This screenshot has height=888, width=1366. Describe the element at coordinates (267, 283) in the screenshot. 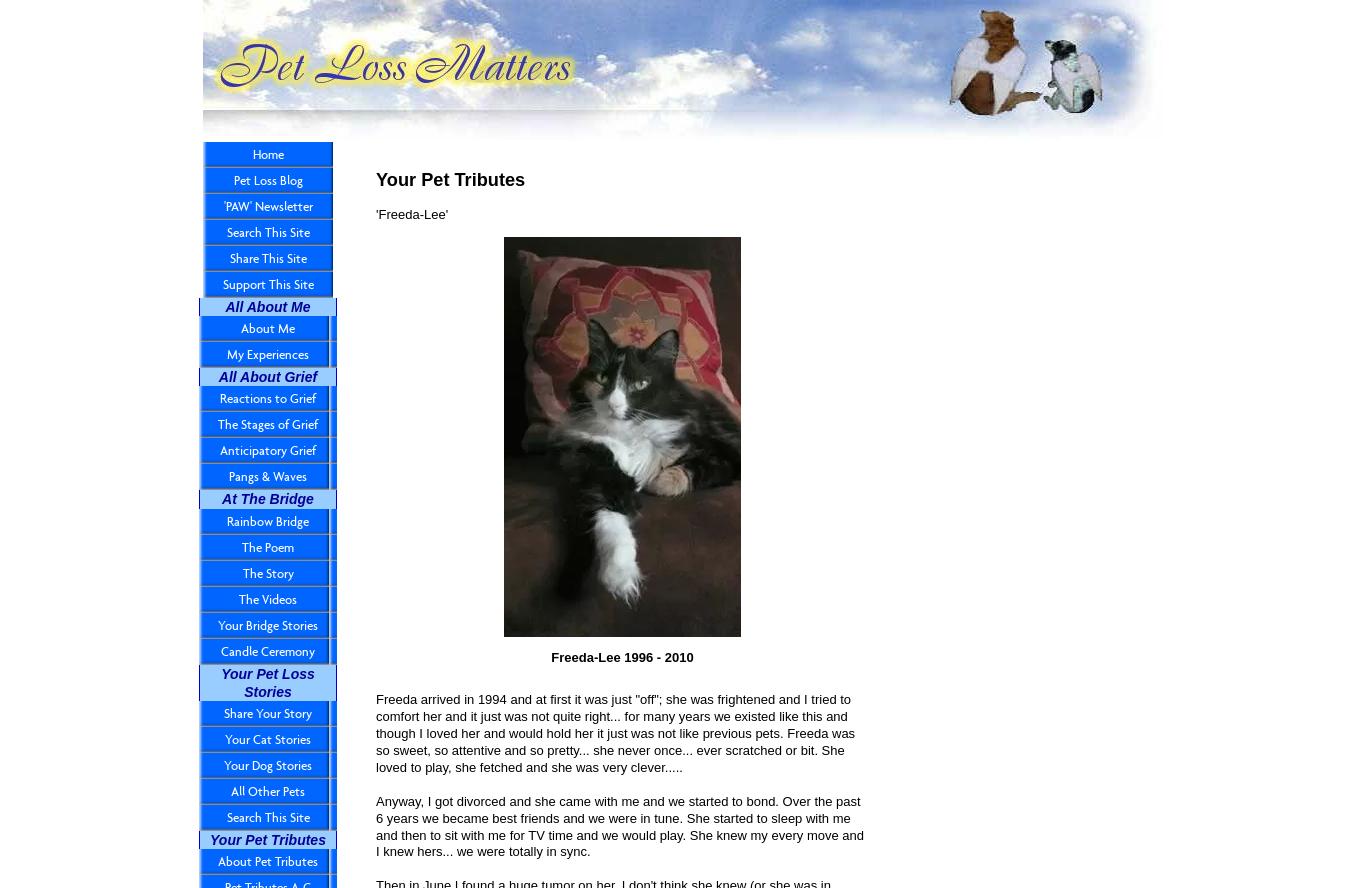

I see `'Support This Site'` at that location.